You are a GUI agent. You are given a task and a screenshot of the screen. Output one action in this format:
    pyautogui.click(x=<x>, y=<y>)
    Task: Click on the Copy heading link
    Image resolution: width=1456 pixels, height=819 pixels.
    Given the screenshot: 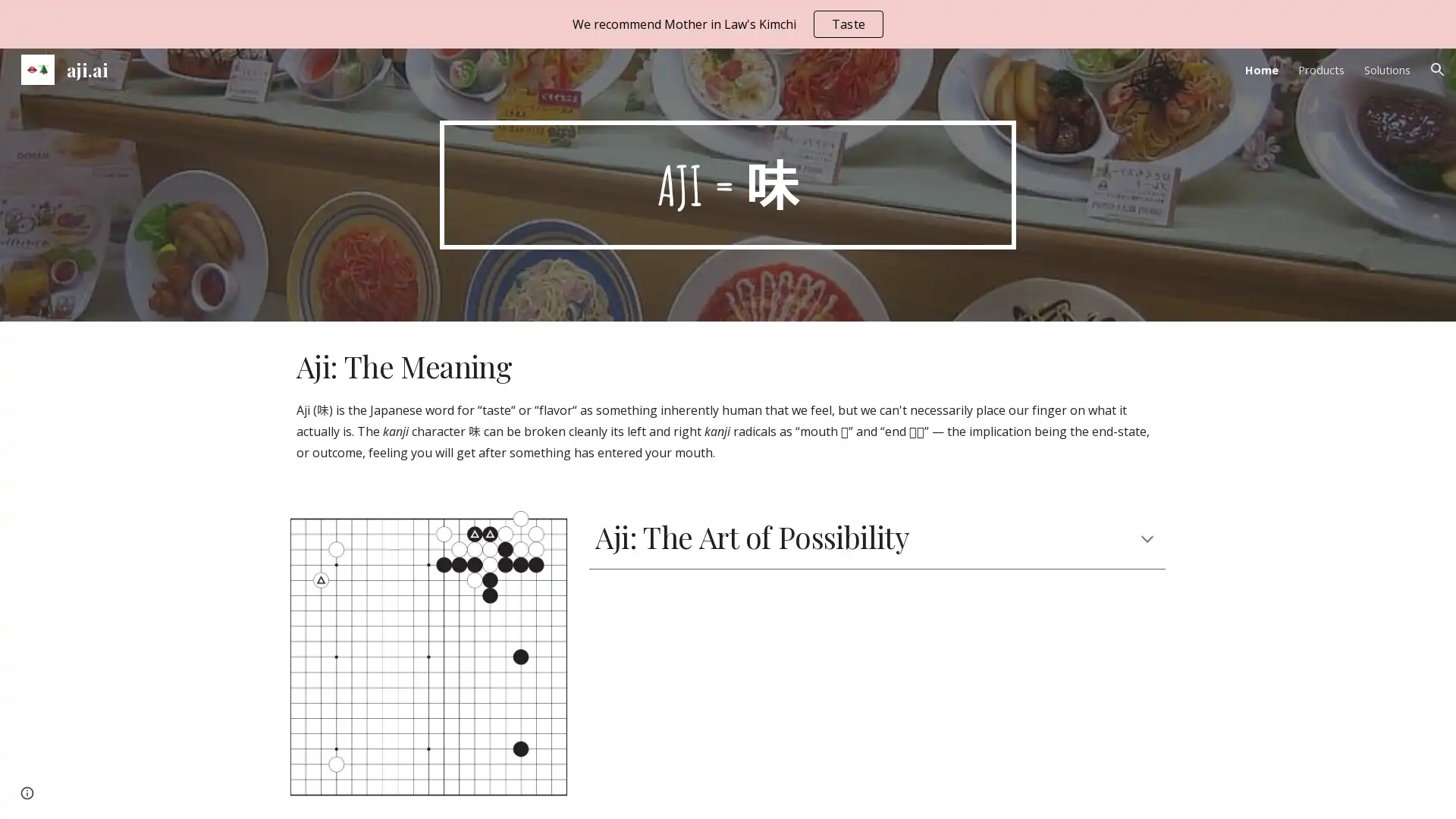 What is the action you would take?
    pyautogui.click(x=926, y=536)
    